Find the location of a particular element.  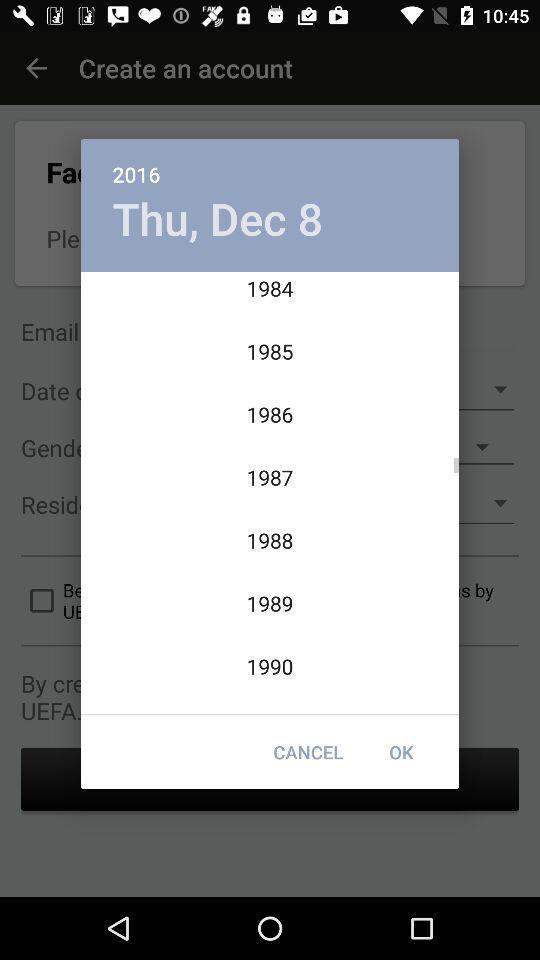

the thu, dec 8 is located at coordinates (216, 218).